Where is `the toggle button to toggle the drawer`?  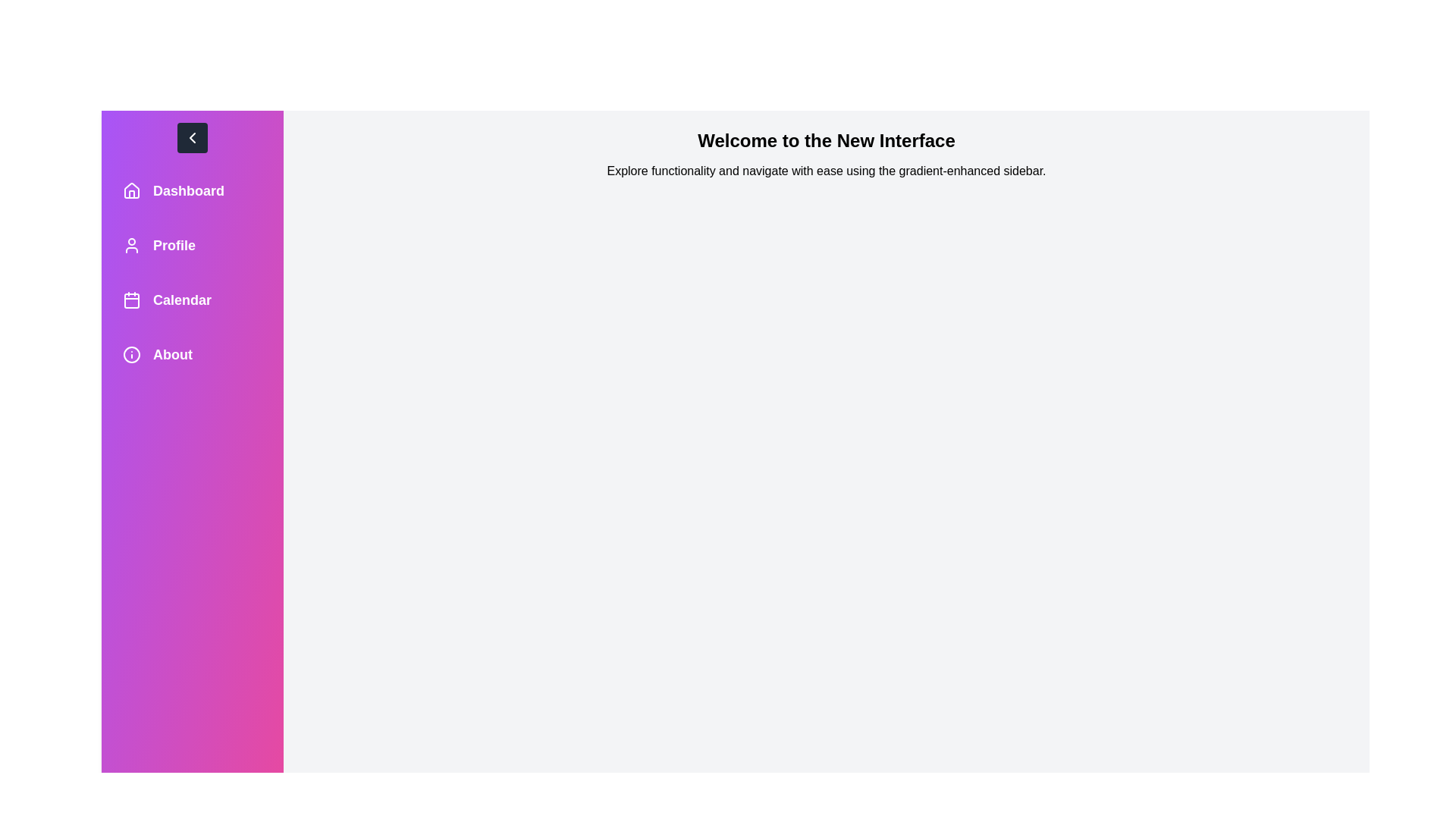 the toggle button to toggle the drawer is located at coordinates (192, 137).